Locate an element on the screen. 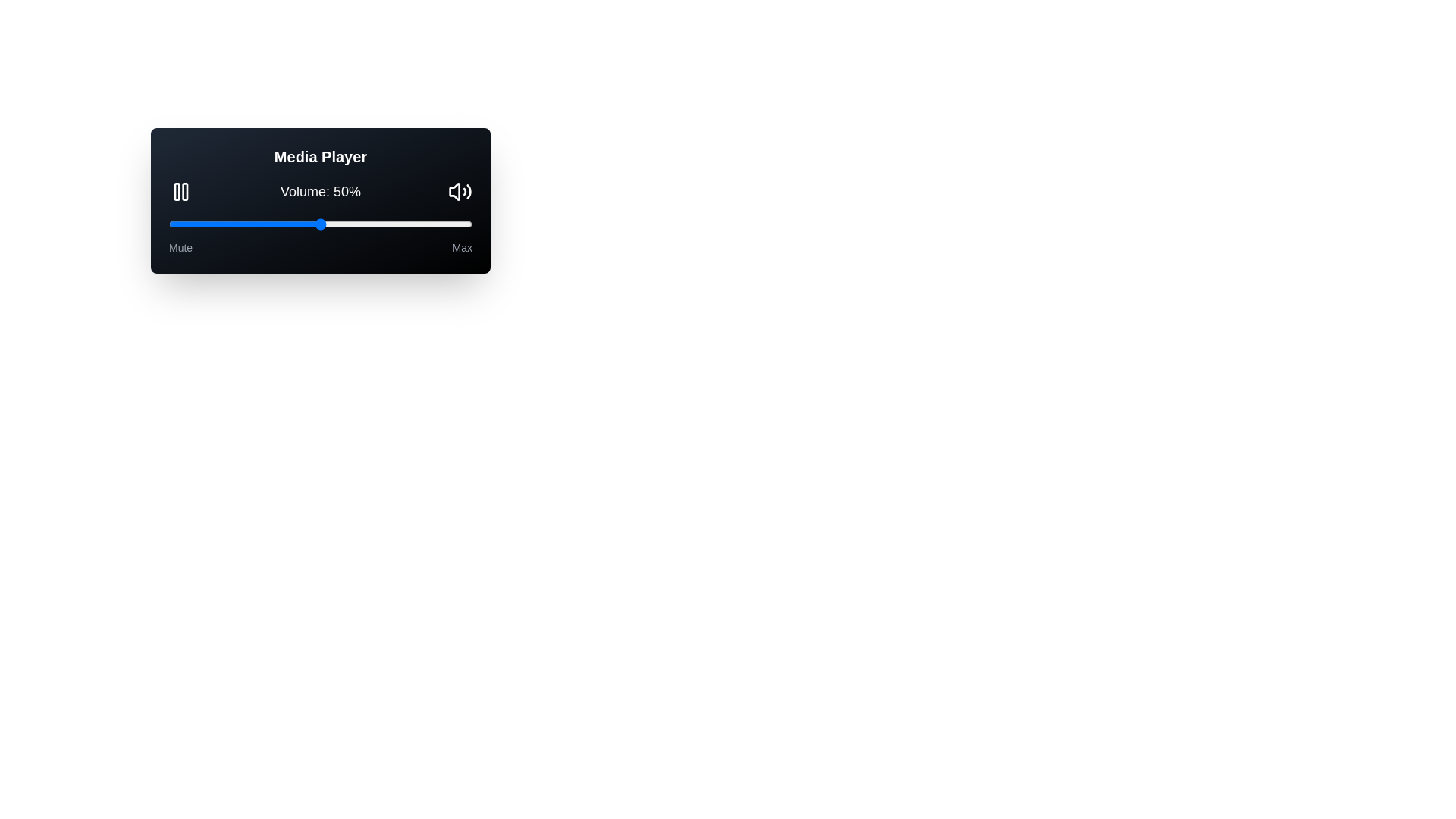  the volume by setting the slider to 45% is located at coordinates (305, 224).